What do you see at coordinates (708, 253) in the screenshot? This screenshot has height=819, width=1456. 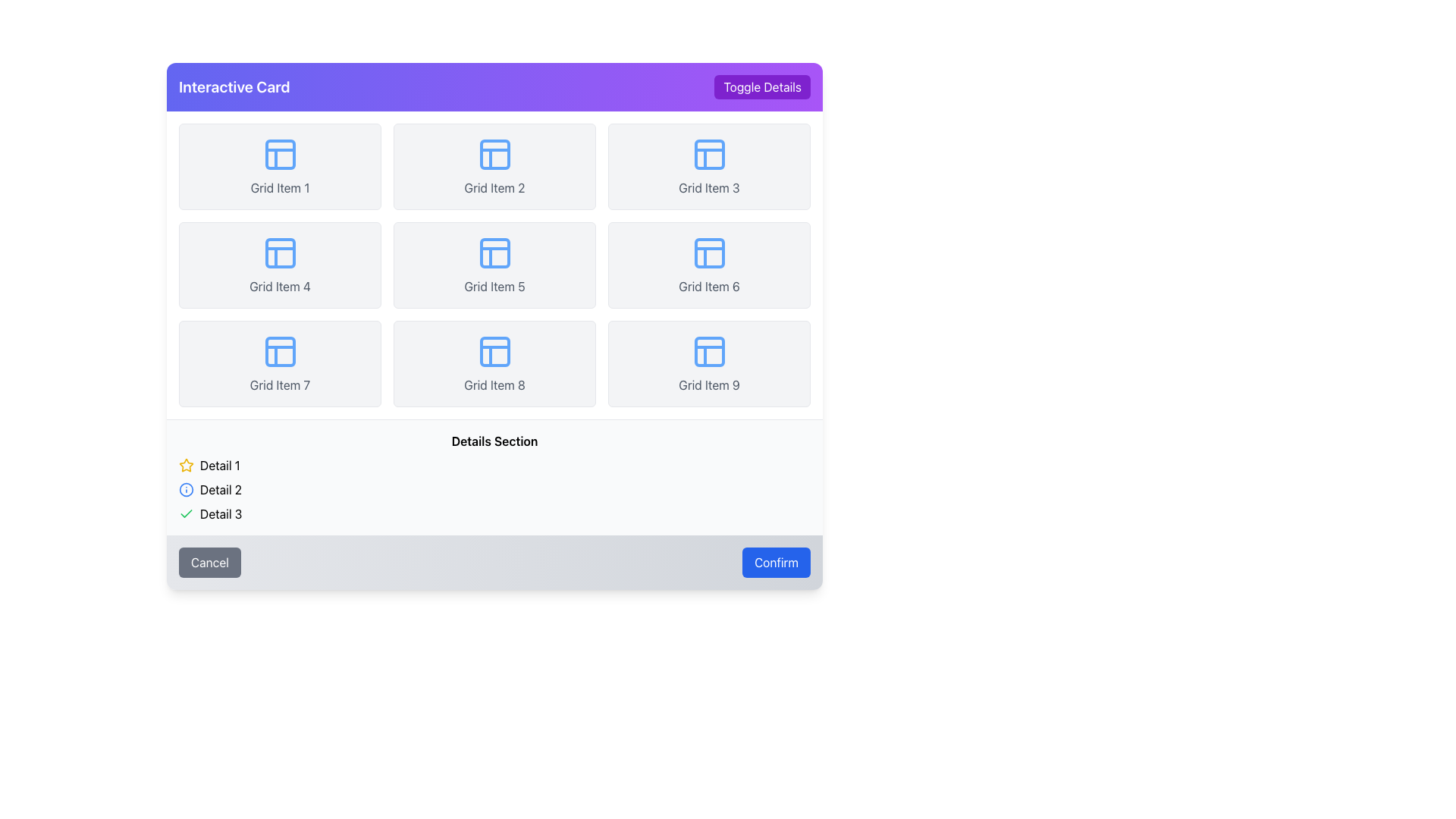 I see `the decorative icon for 'Grid Item 6' located in the second row and third column of the grid layout` at bounding box center [708, 253].